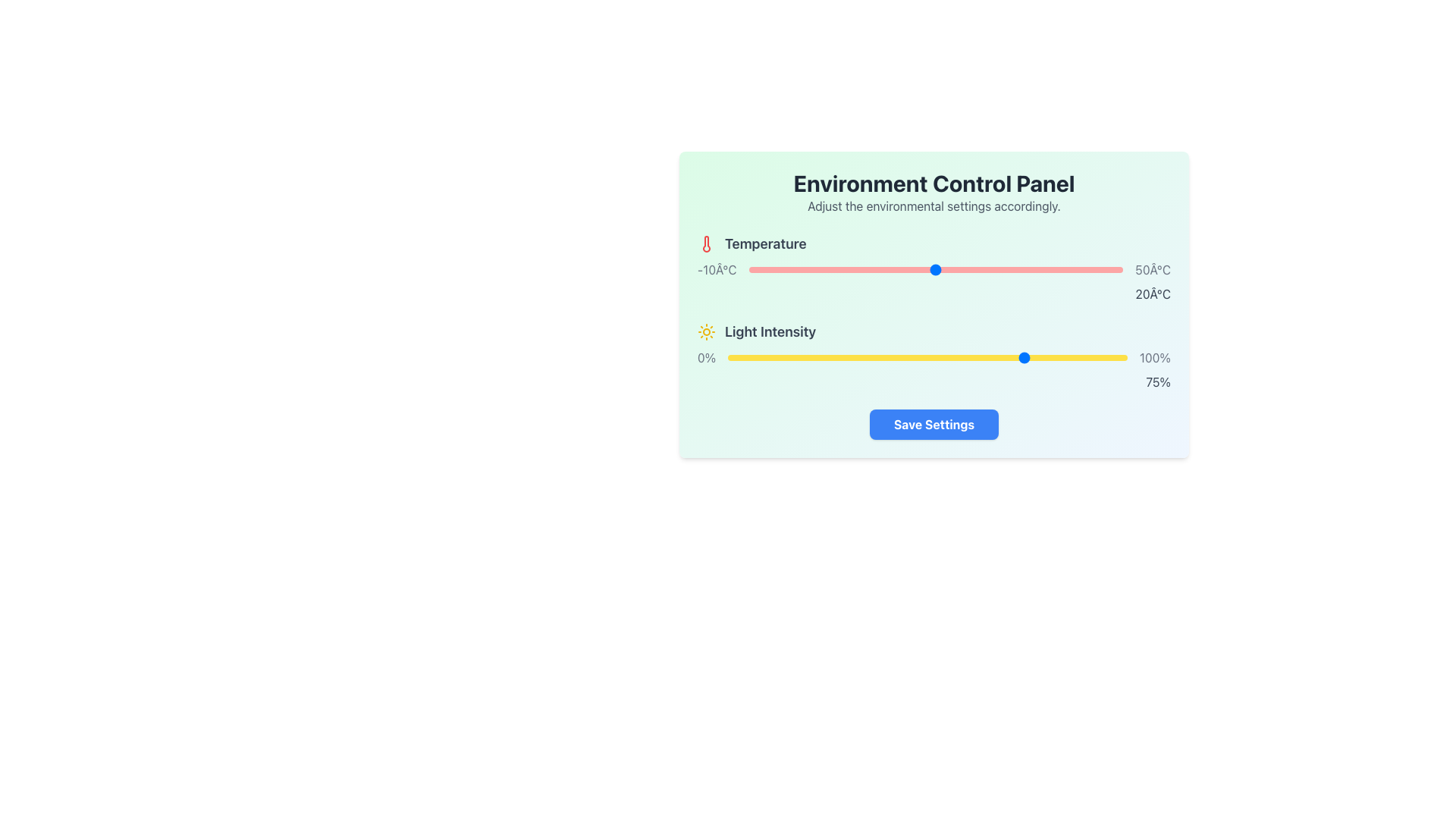 The height and width of the screenshot is (819, 1456). Describe the element at coordinates (998, 268) in the screenshot. I see `the temperature slider` at that location.